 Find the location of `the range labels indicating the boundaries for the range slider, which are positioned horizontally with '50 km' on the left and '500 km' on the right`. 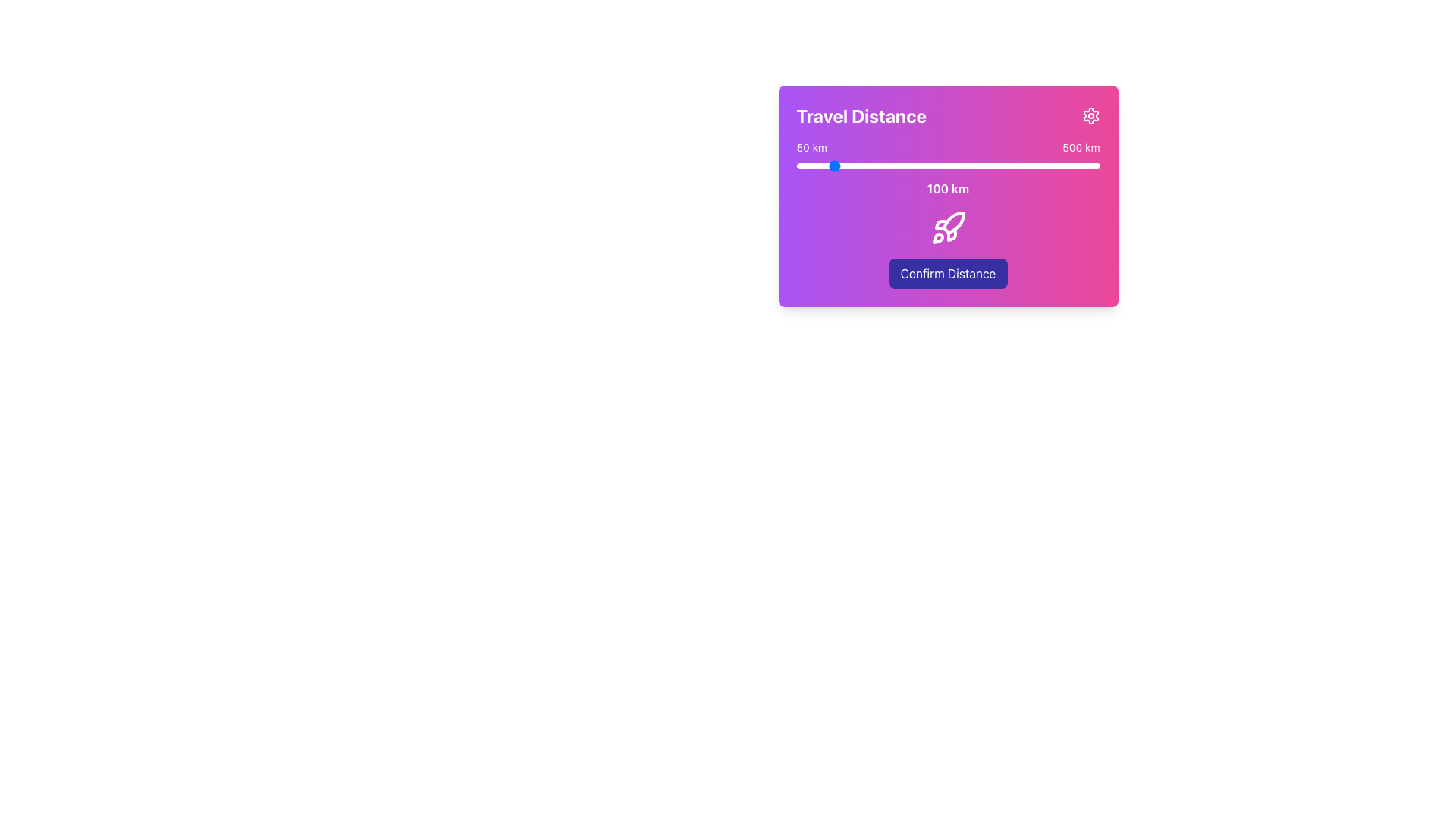

the range labels indicating the boundaries for the range slider, which are positioned horizontally with '50 km' on the left and '500 km' on the right is located at coordinates (947, 148).